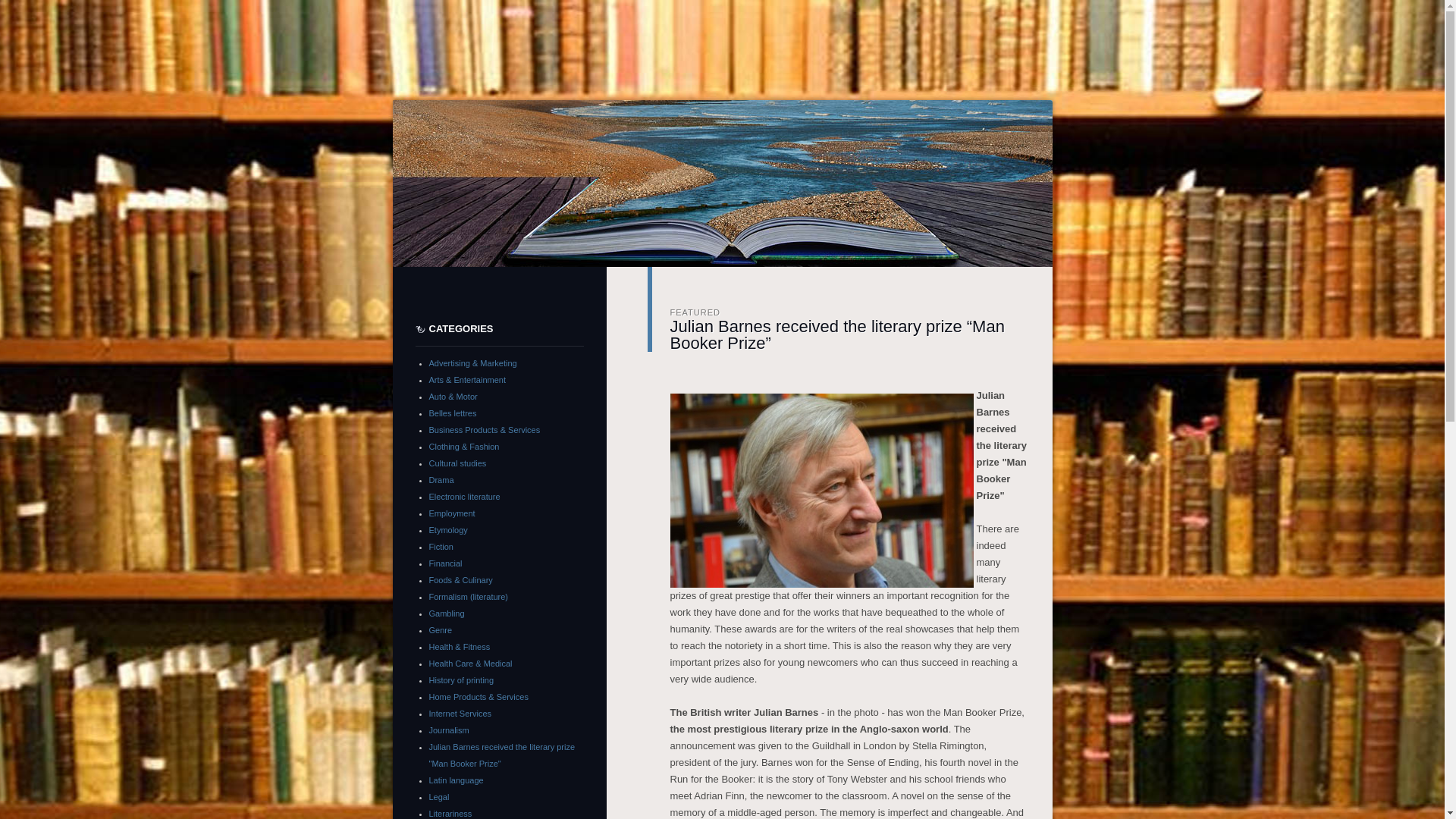 This screenshot has height=819, width=1456. What do you see at coordinates (502, 755) in the screenshot?
I see `'Julian Barnes received the literary prize "Man Booker Prize"'` at bounding box center [502, 755].